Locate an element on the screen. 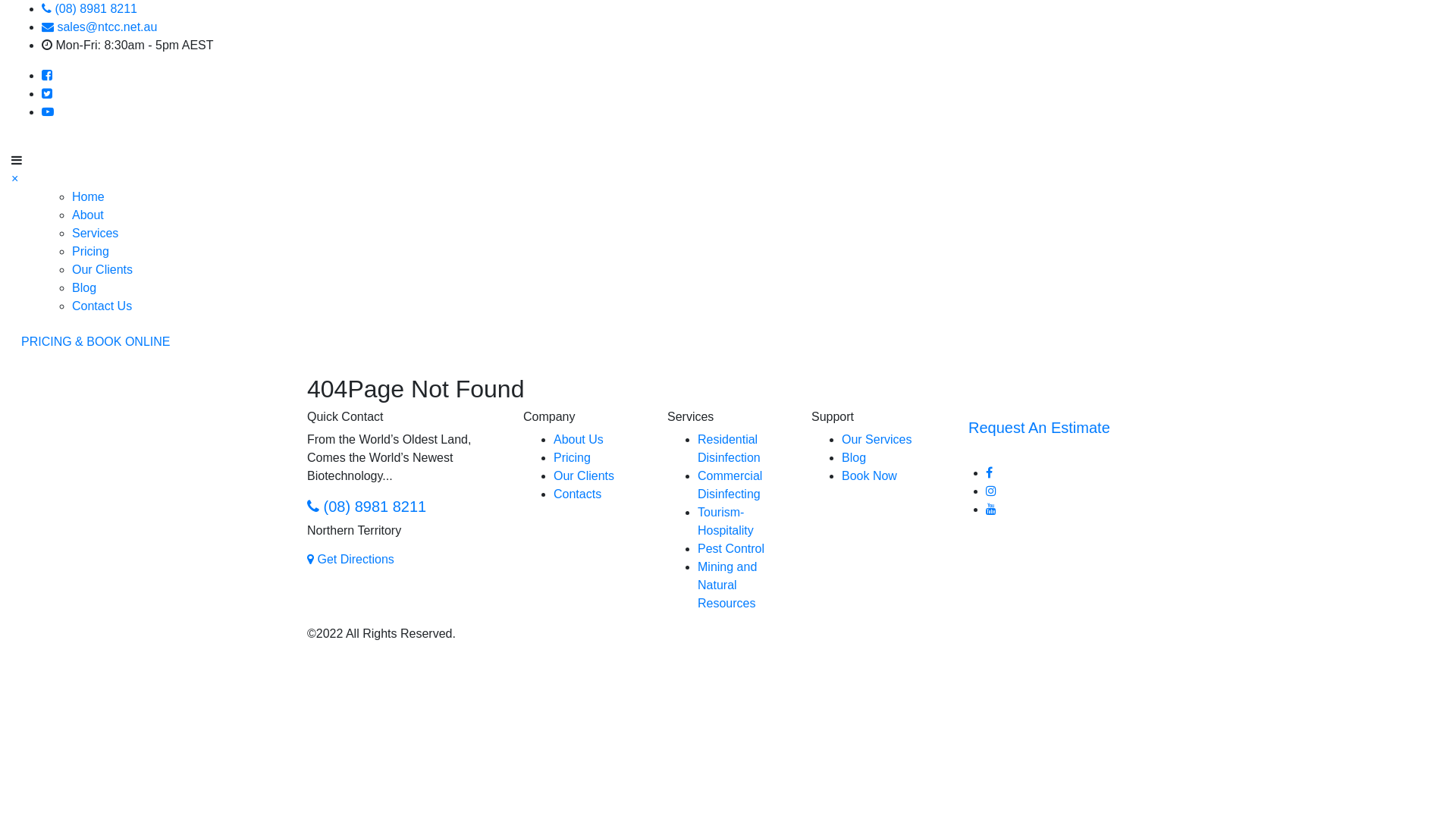 This screenshot has width=1456, height=819. 'Contact Us' is located at coordinates (101, 306).